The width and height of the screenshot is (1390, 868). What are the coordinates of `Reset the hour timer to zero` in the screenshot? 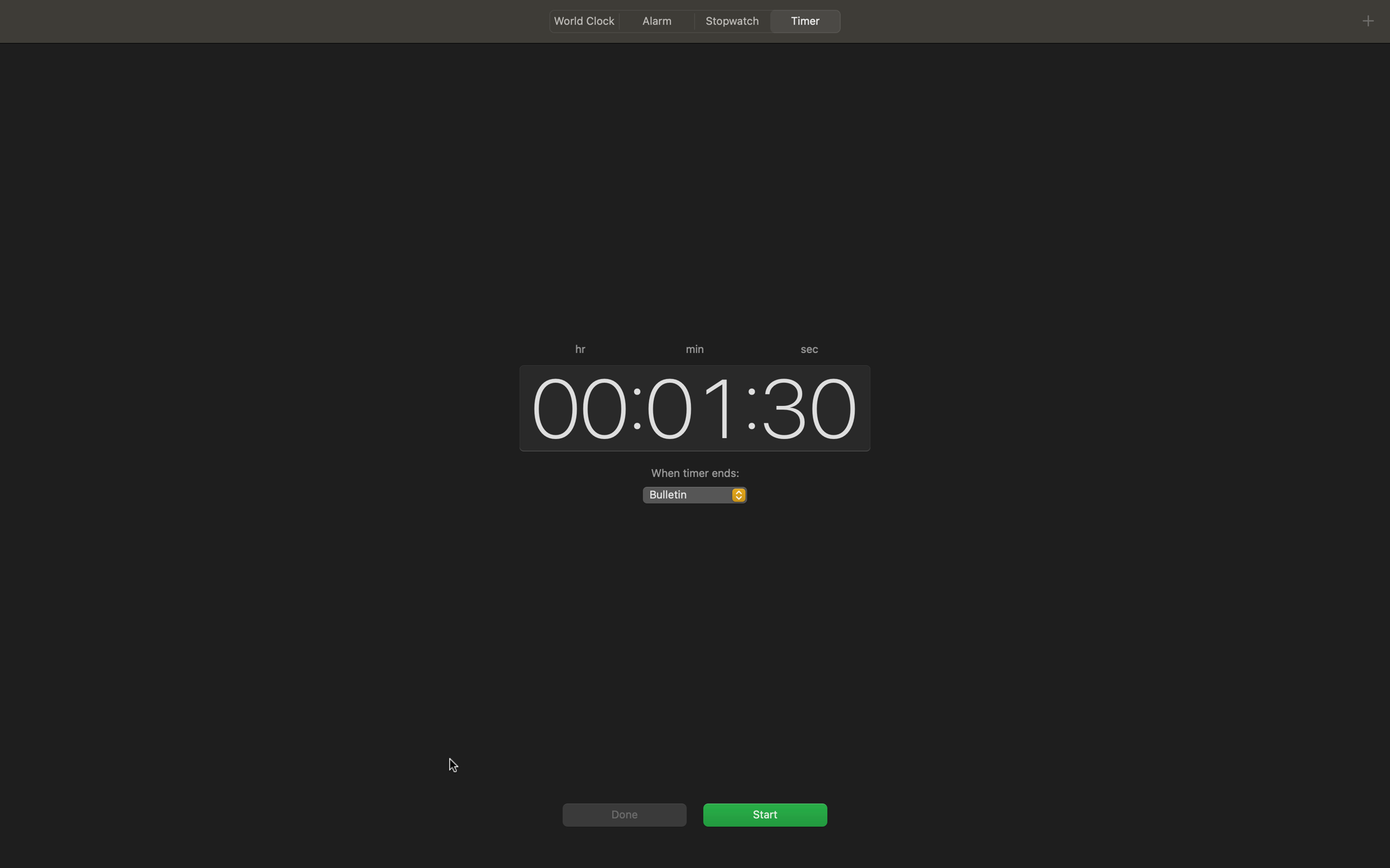 It's located at (574, 406).